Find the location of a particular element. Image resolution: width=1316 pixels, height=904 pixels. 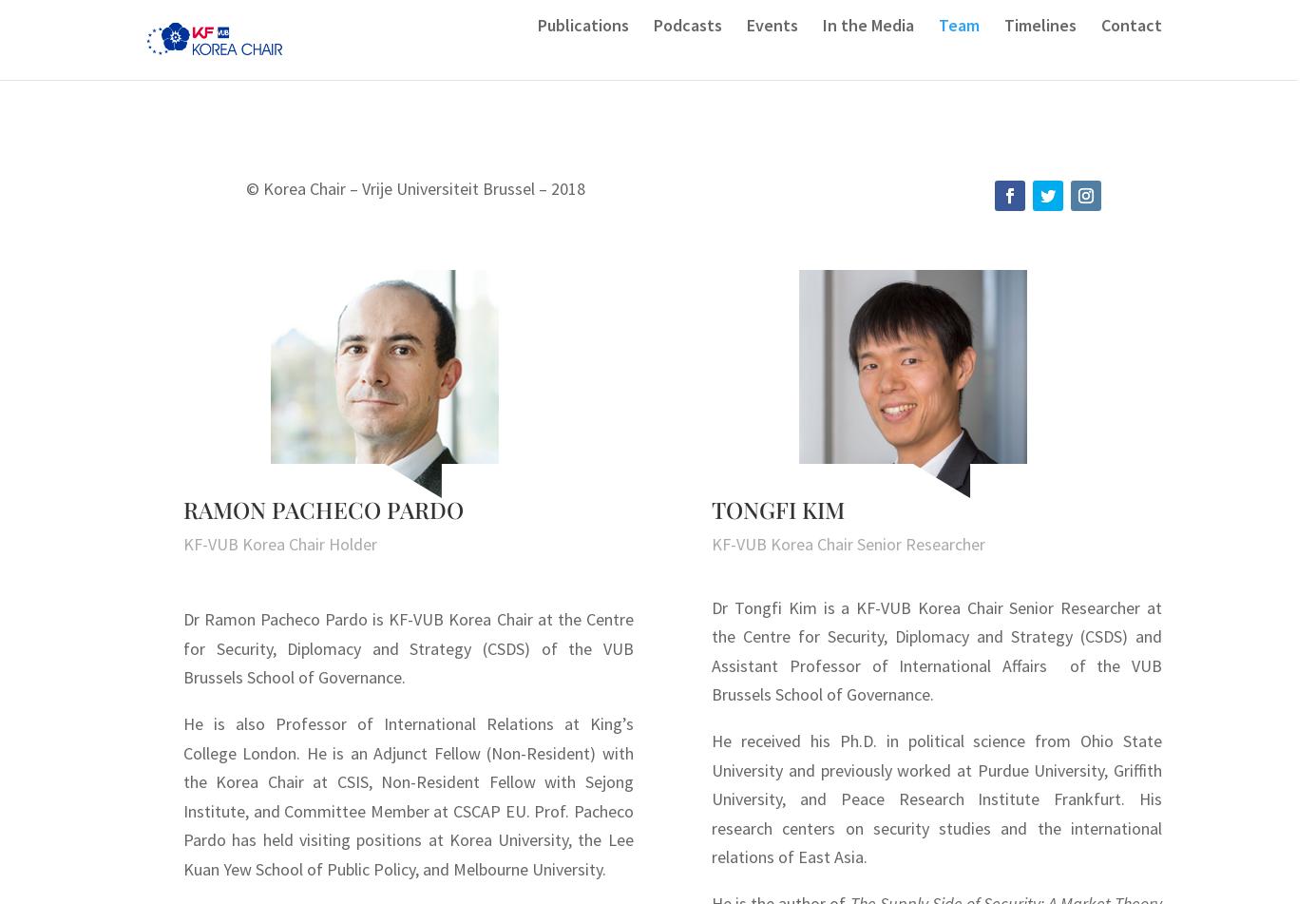

'TONGFI KIM' is located at coordinates (777, 508).